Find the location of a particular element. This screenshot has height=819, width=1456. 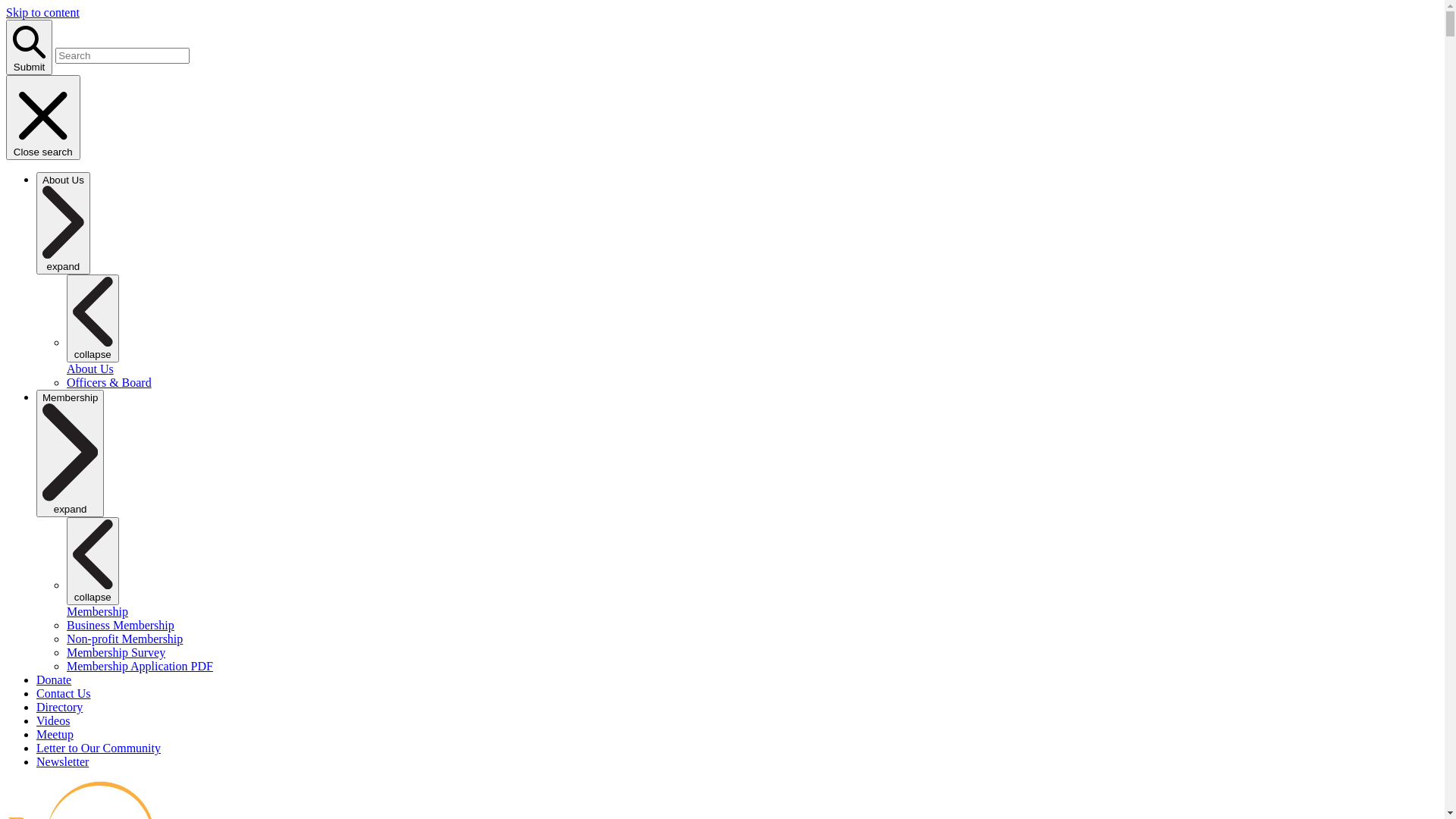

'Membership Application PDF' is located at coordinates (140, 665).